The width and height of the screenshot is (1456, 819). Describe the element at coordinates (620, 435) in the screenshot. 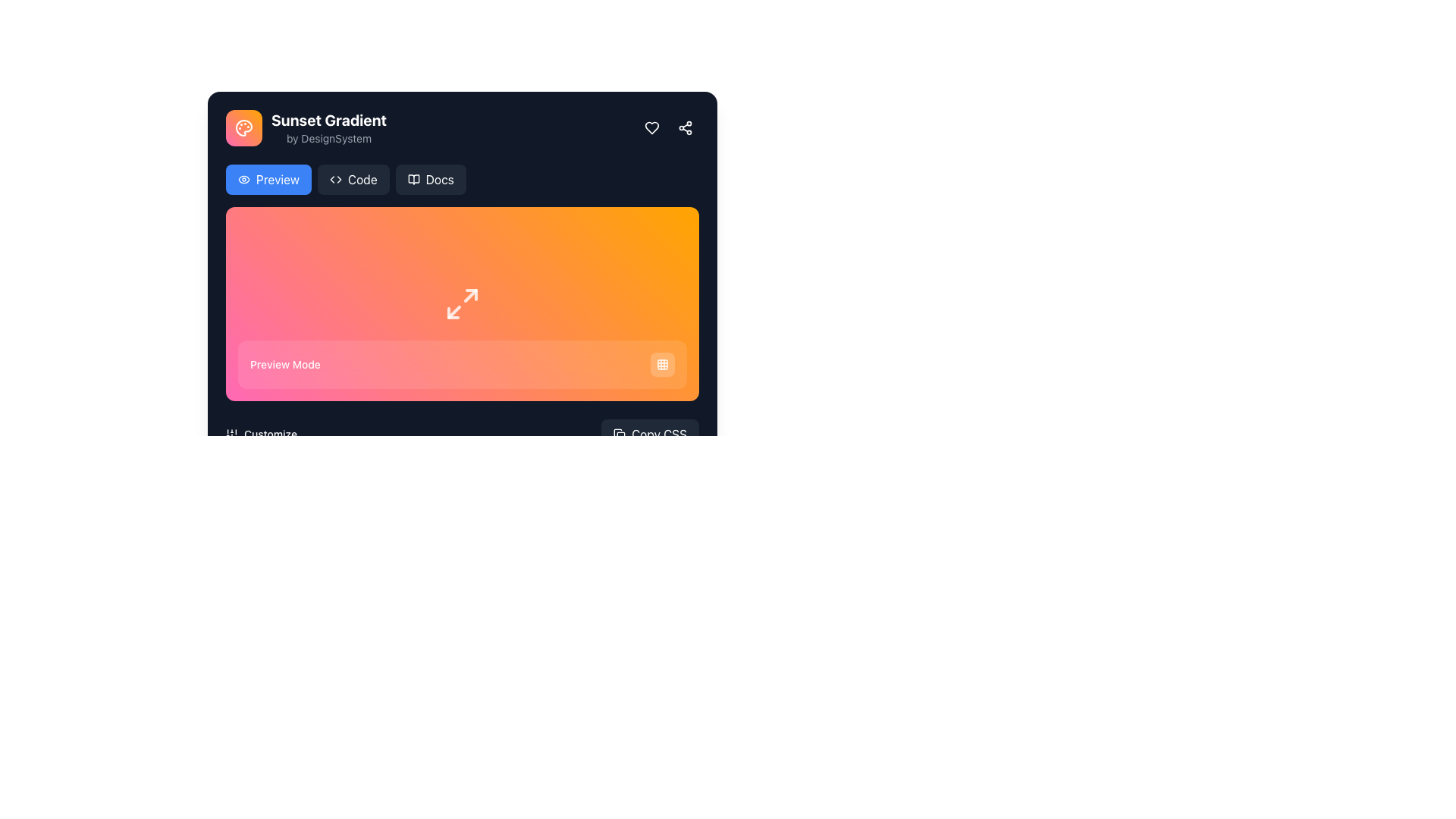

I see `the copy action icon located within the 'Copy CSS' button at the bottom-right corner of the main interface` at that location.